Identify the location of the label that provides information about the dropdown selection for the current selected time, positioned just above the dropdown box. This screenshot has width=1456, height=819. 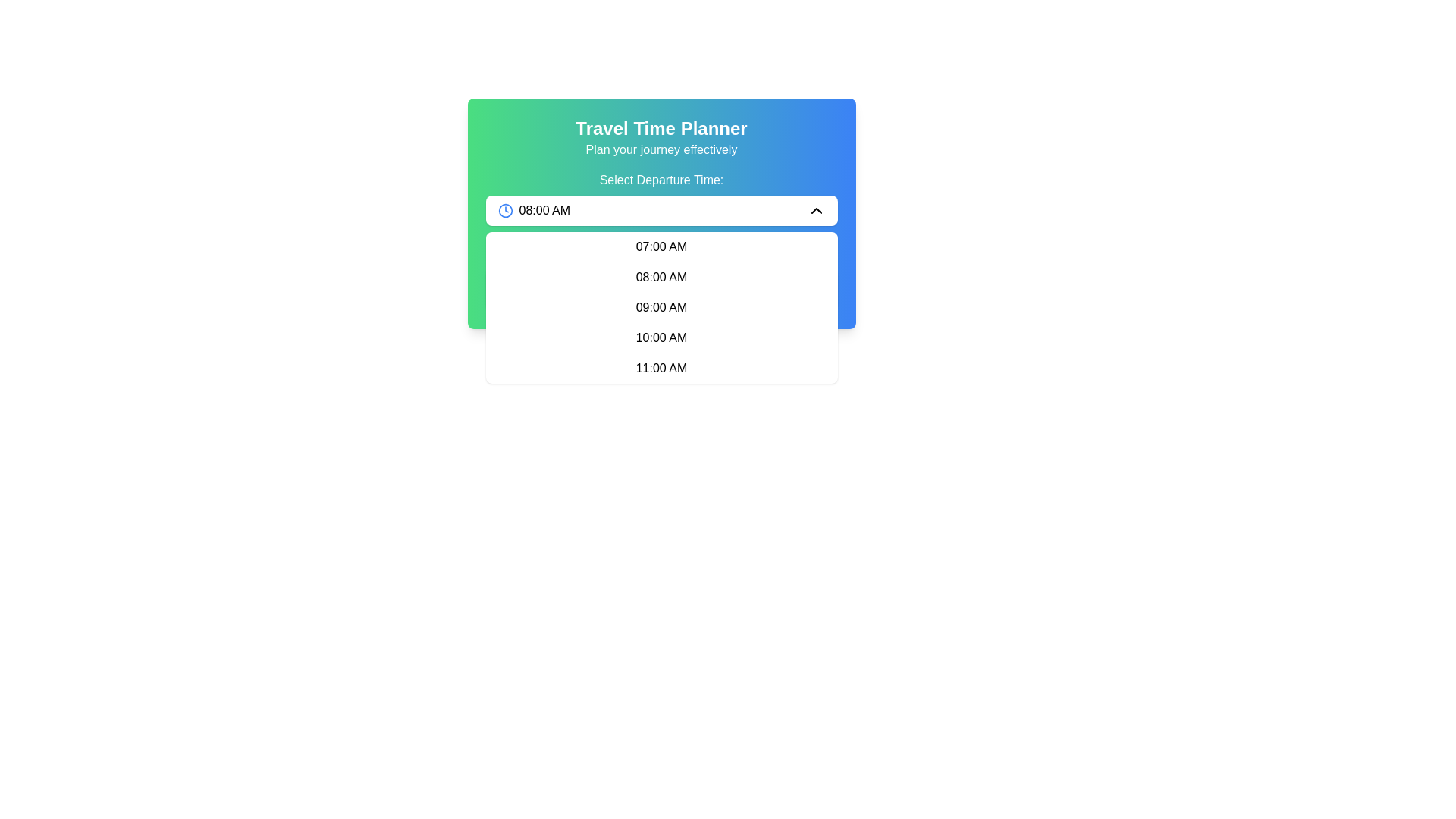
(661, 180).